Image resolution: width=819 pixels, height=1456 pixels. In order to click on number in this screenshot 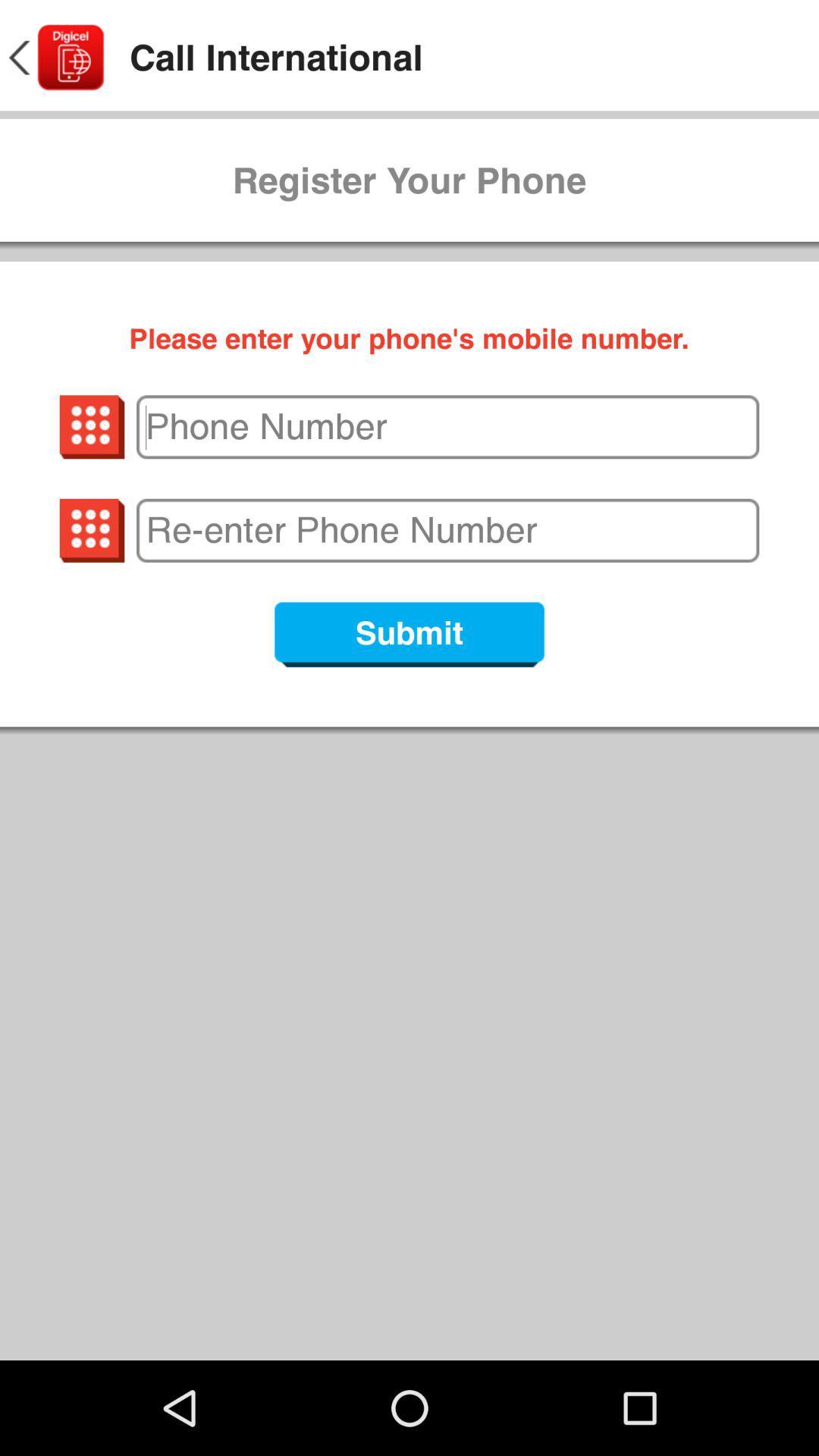, I will do `click(447, 530)`.